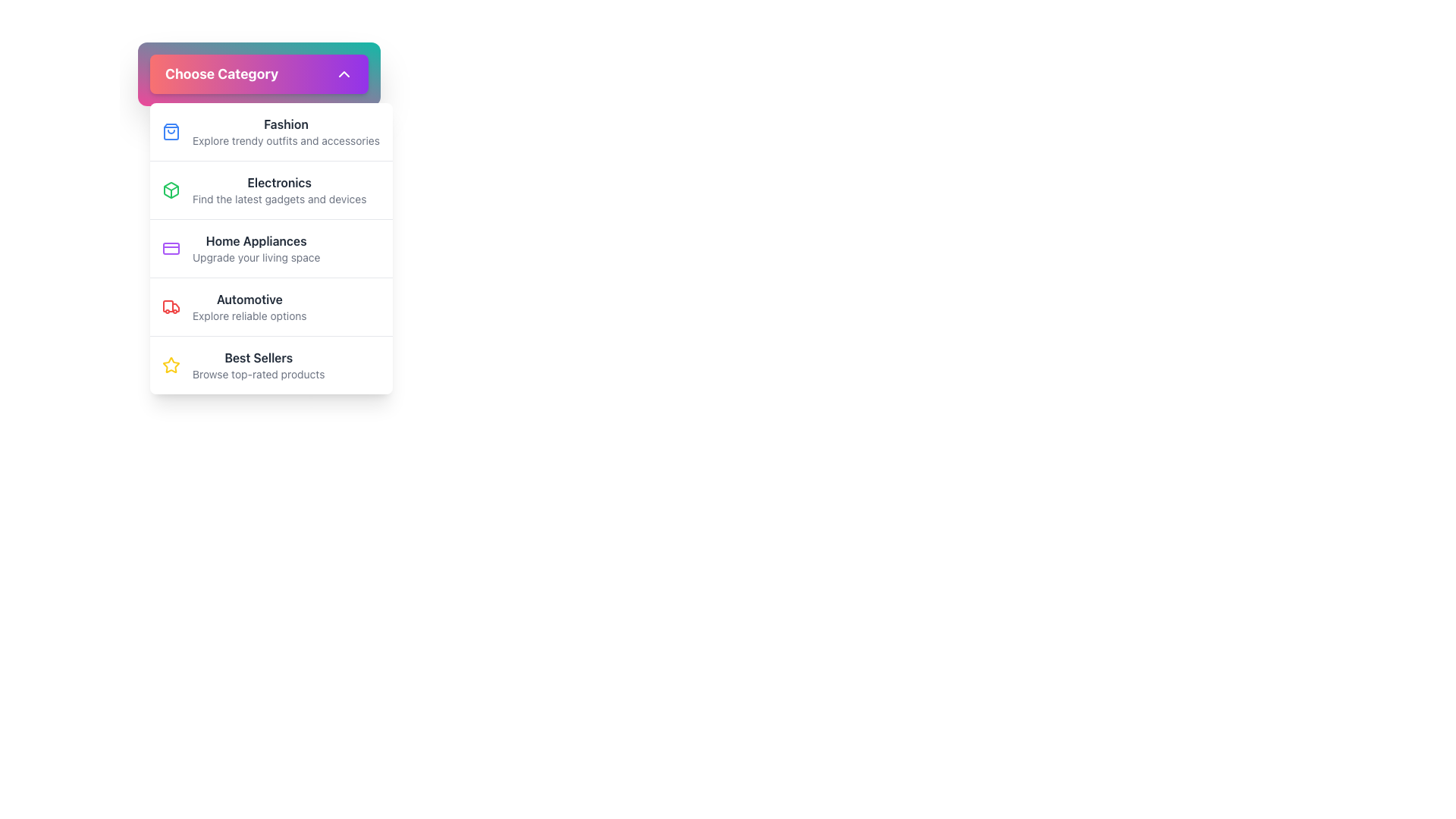 This screenshot has width=1456, height=819. Describe the element at coordinates (249, 307) in the screenshot. I see `the 'Automotive' text component within the dropdown menu` at that location.